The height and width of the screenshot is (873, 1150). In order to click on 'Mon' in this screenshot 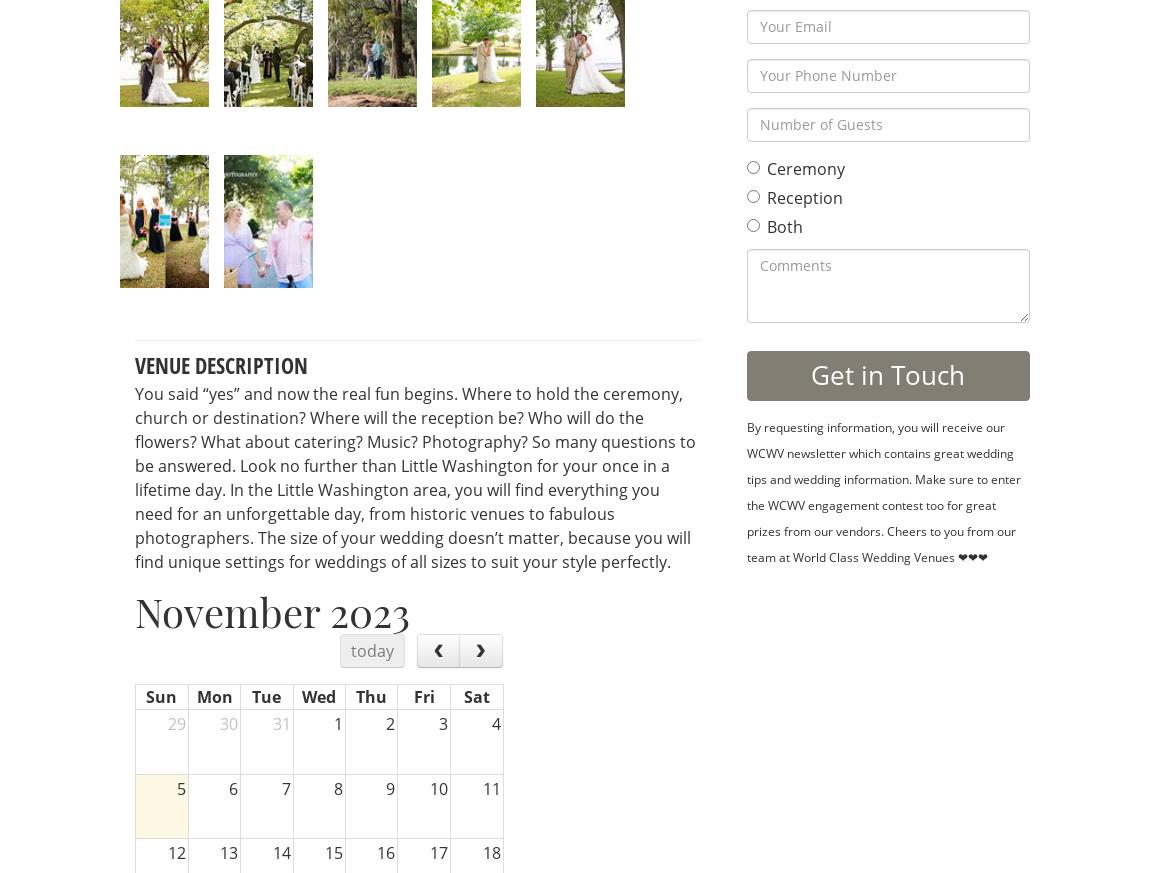, I will do `click(213, 696)`.